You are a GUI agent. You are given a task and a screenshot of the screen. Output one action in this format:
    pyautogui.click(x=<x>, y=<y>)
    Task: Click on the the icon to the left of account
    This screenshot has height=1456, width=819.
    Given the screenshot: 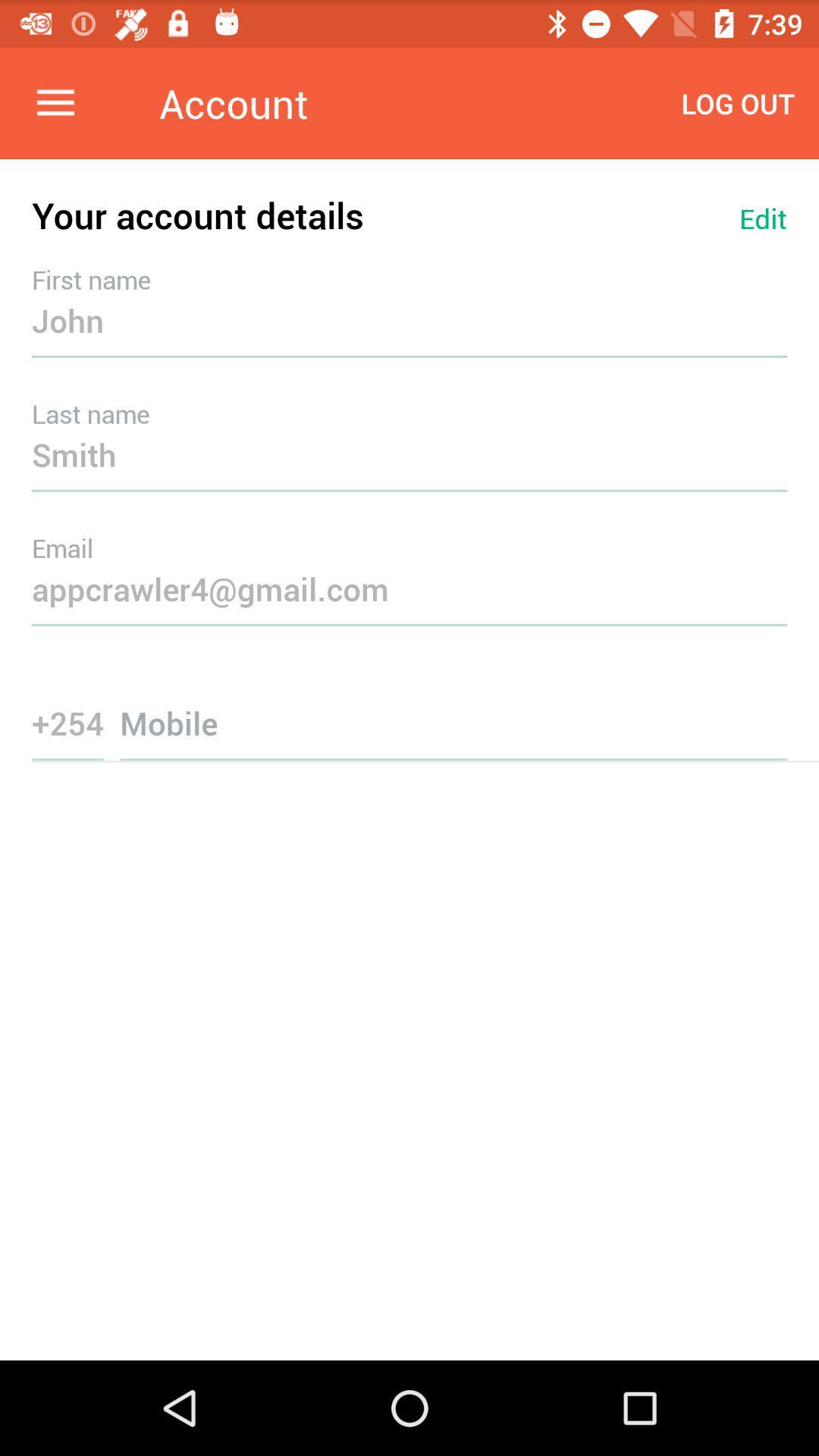 What is the action you would take?
    pyautogui.click(x=55, y=102)
    